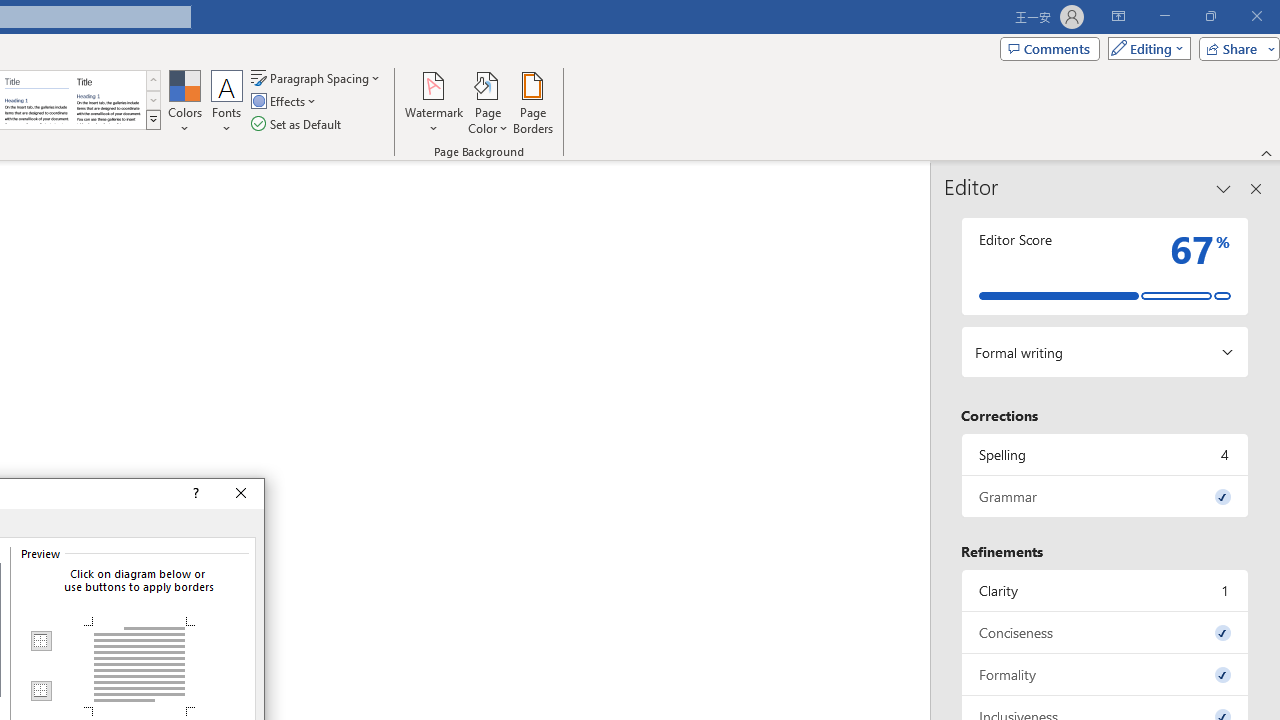 The image size is (1280, 720). What do you see at coordinates (1104, 674) in the screenshot?
I see `'Formality, 0 issues. Press space or enter to review items.'` at bounding box center [1104, 674].